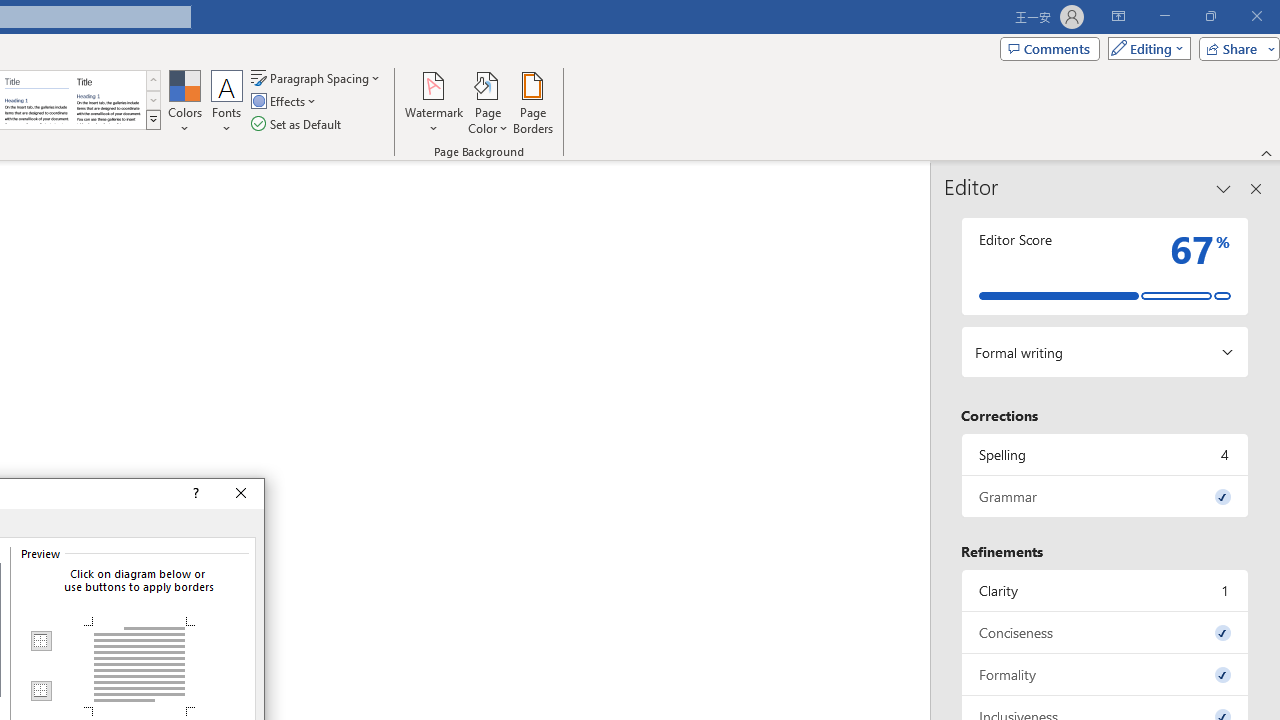 The image size is (1280, 720). What do you see at coordinates (1104, 674) in the screenshot?
I see `'Formality, 0 issues. Press space or enter to review items.'` at bounding box center [1104, 674].